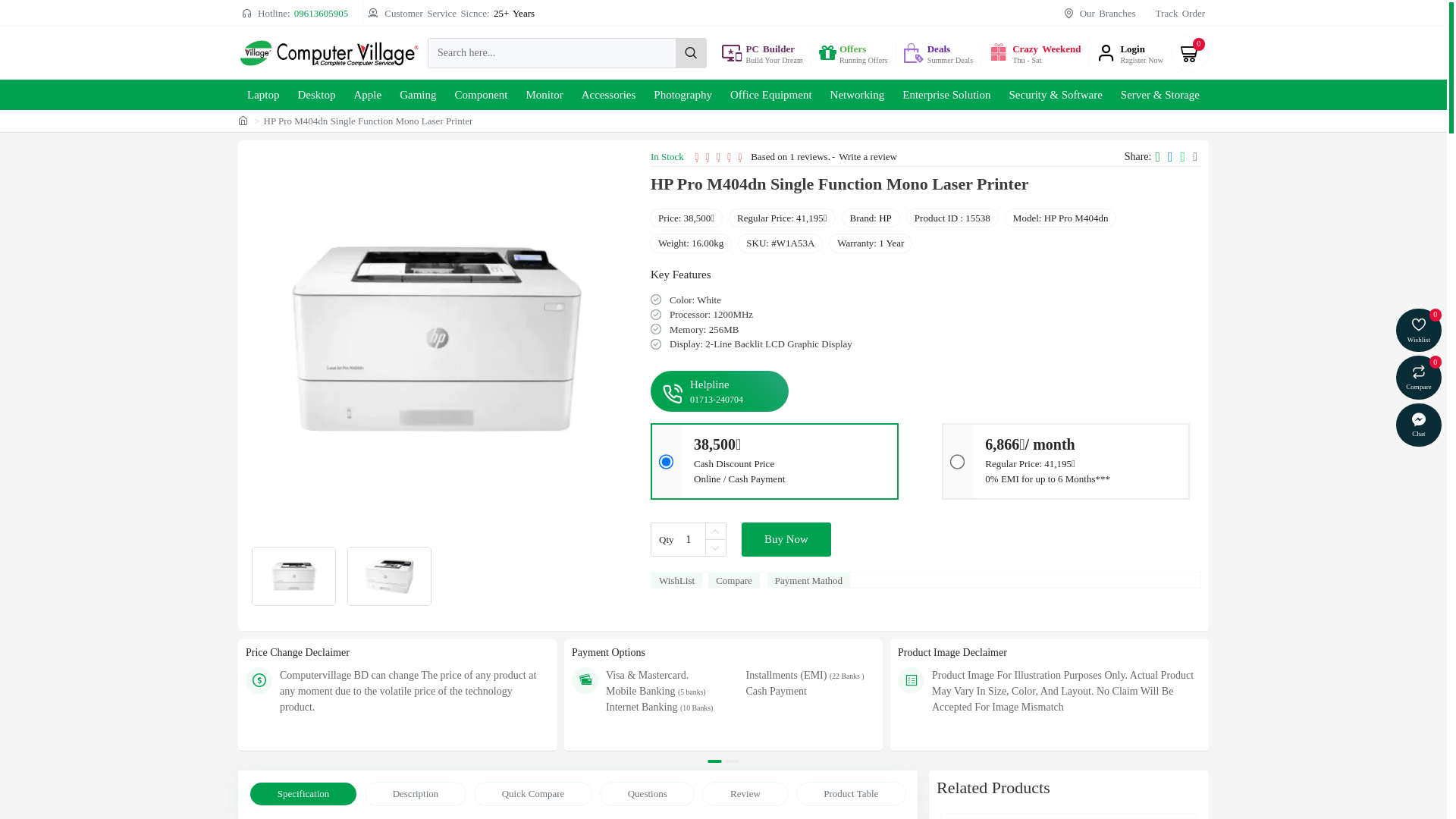  I want to click on 'Buy Now', so click(786, 538).